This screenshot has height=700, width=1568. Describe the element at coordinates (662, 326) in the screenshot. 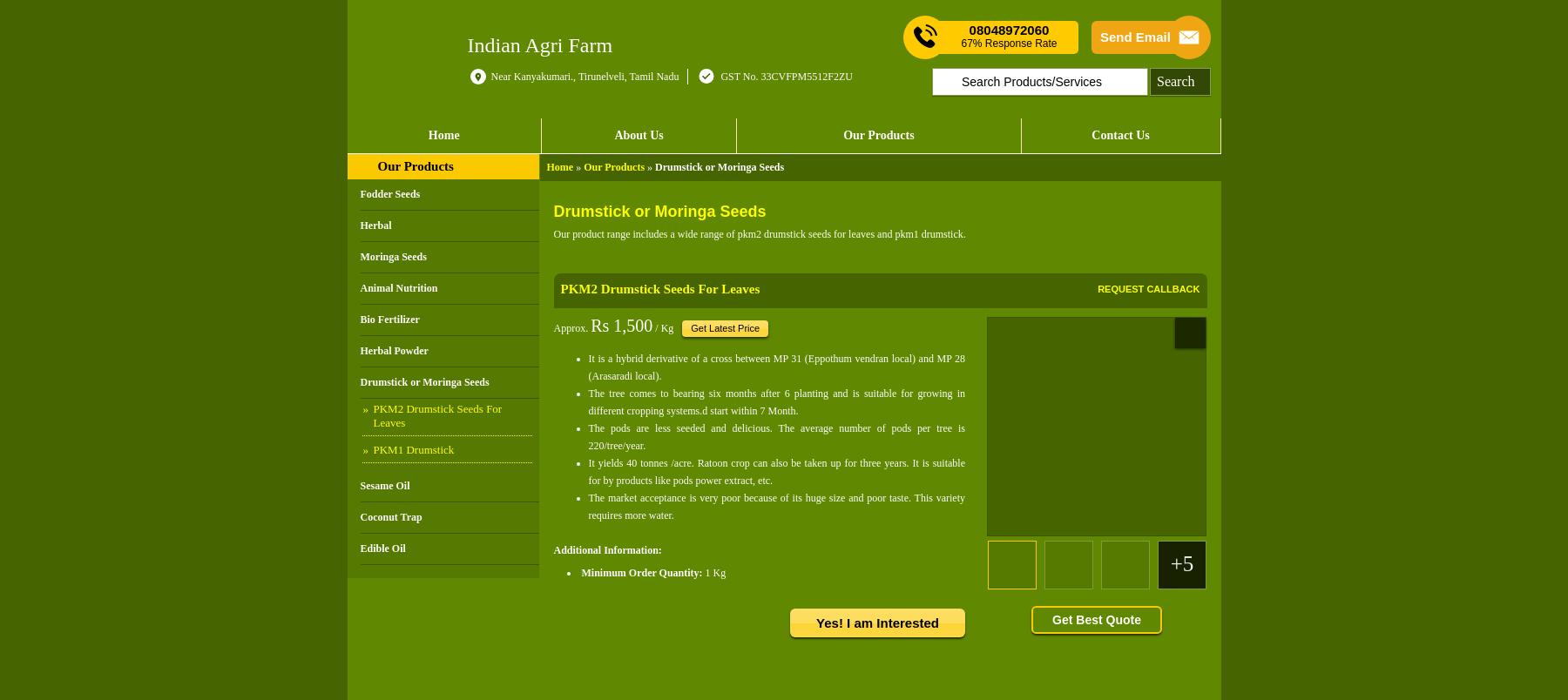

I see `'/ Kg'` at that location.